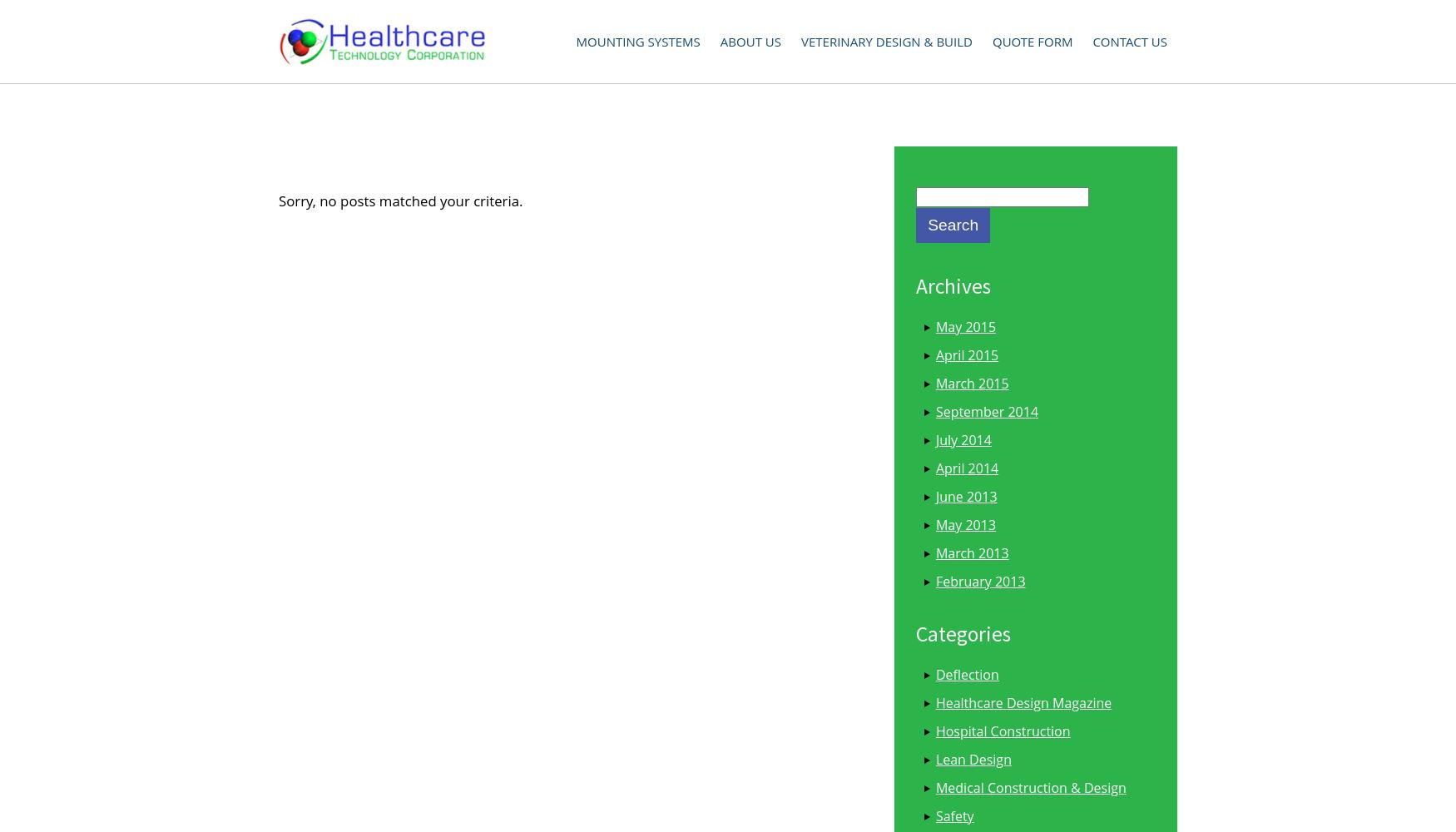 The height and width of the screenshot is (832, 1456). Describe the element at coordinates (961, 633) in the screenshot. I see `'Categories'` at that location.